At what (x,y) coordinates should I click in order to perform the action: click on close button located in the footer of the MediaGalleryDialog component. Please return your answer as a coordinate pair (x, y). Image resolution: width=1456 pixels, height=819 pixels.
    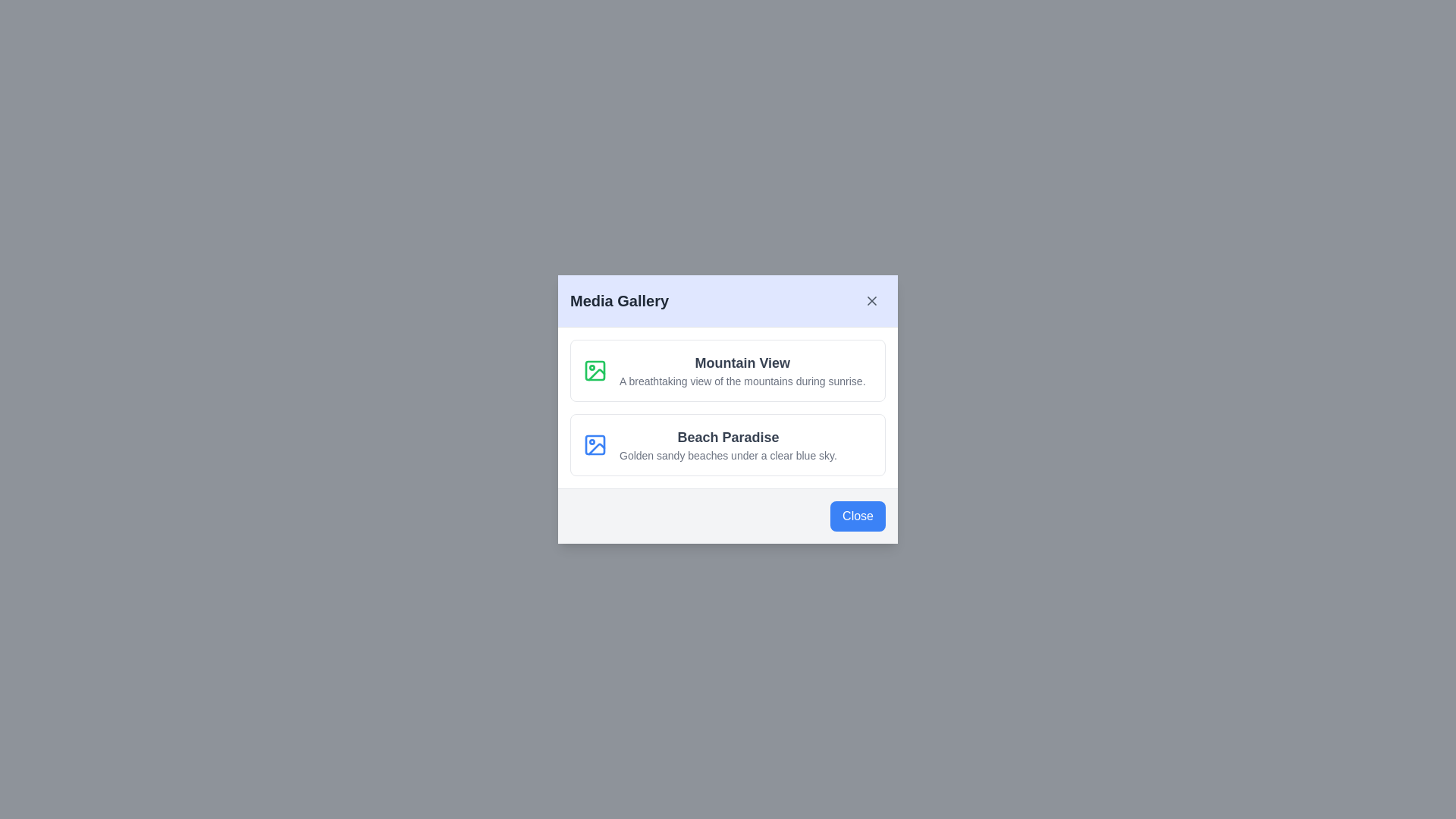
    Looking at the image, I should click on (858, 516).